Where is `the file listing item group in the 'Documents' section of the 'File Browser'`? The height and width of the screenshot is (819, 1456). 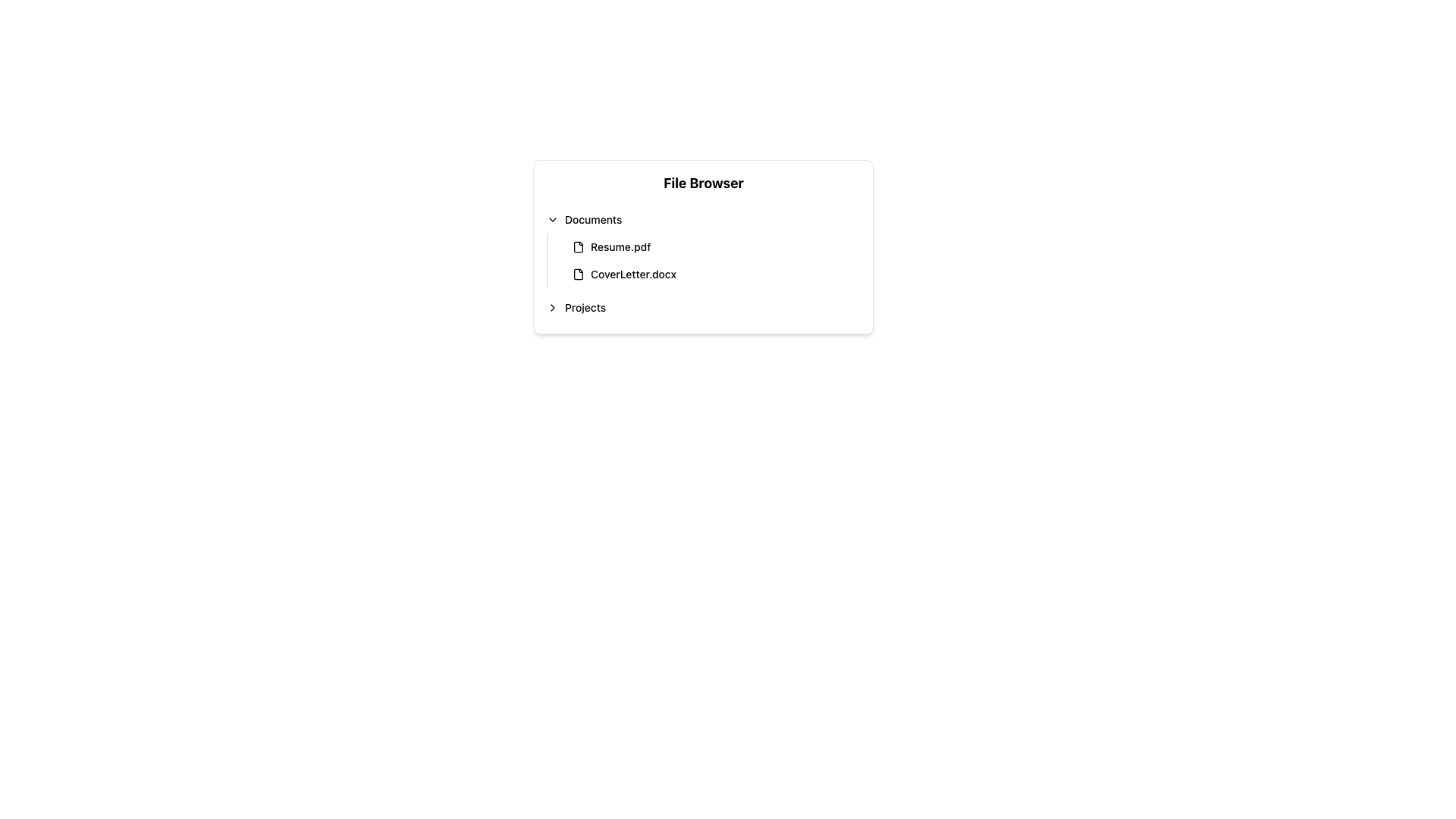
the file listing item group in the 'Documents' section of the 'File Browser' is located at coordinates (709, 259).